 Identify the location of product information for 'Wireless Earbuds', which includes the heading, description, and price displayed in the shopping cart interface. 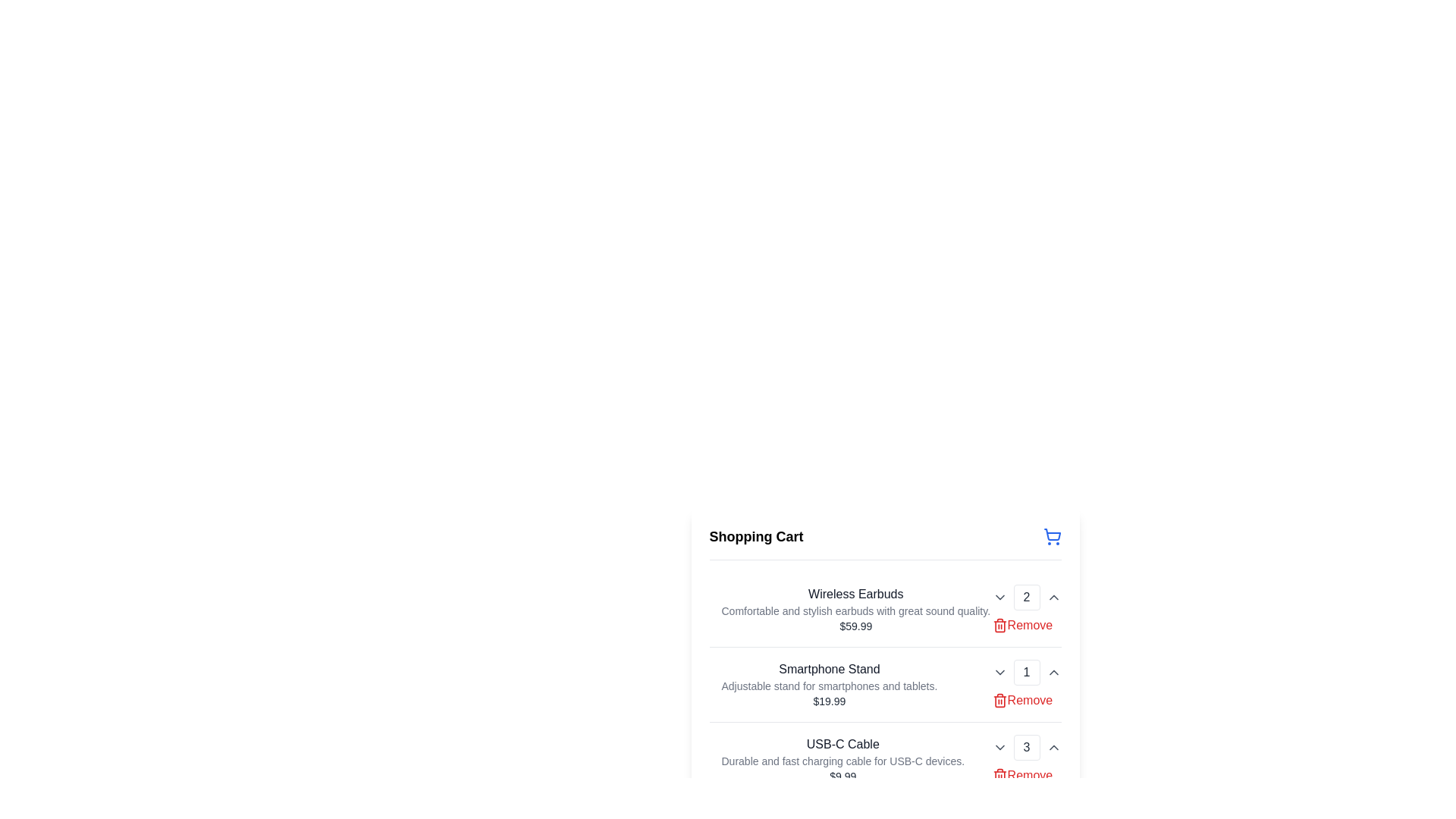
(849, 608).